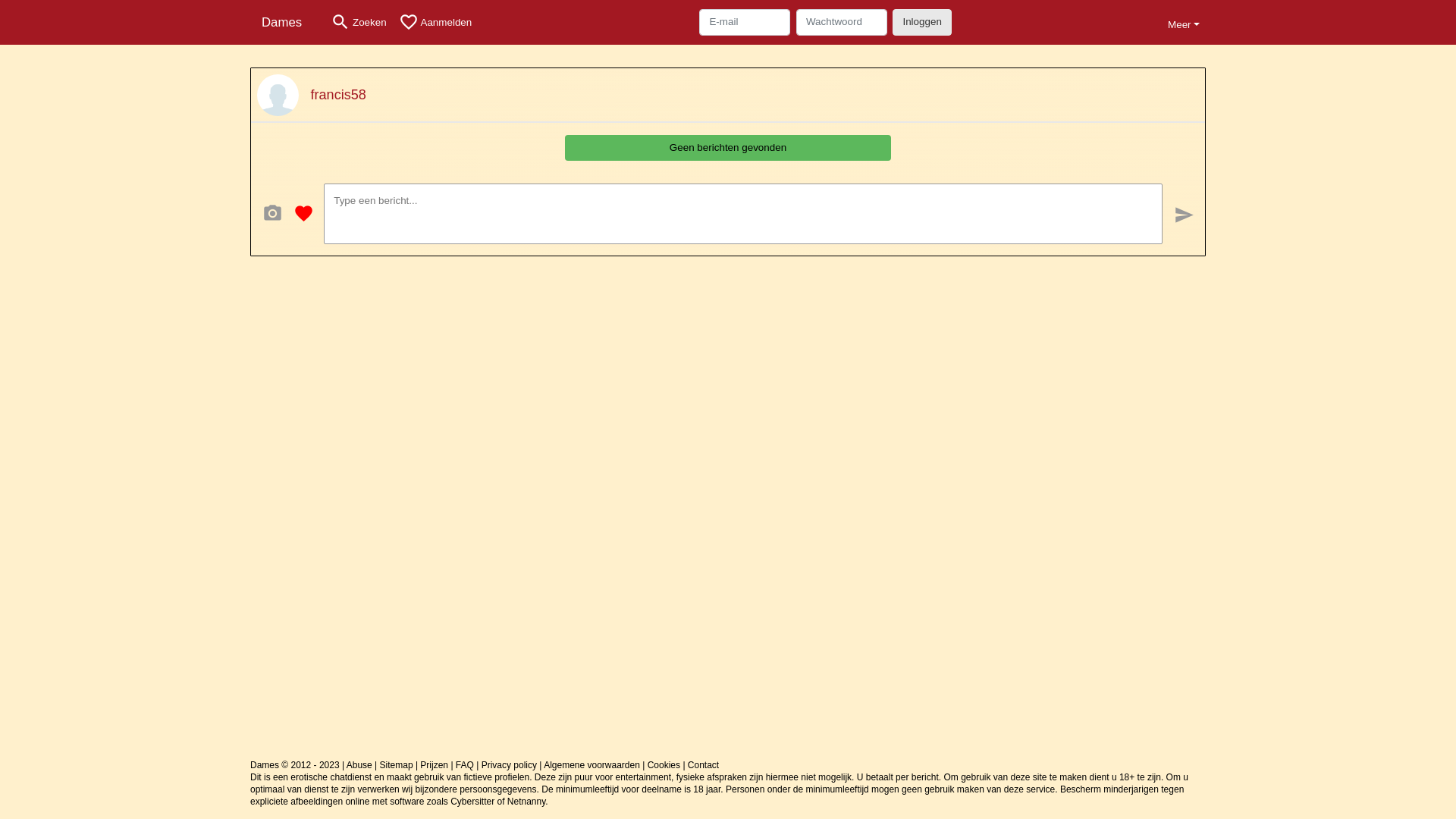  What do you see at coordinates (345, 765) in the screenshot?
I see `'Abuse'` at bounding box center [345, 765].